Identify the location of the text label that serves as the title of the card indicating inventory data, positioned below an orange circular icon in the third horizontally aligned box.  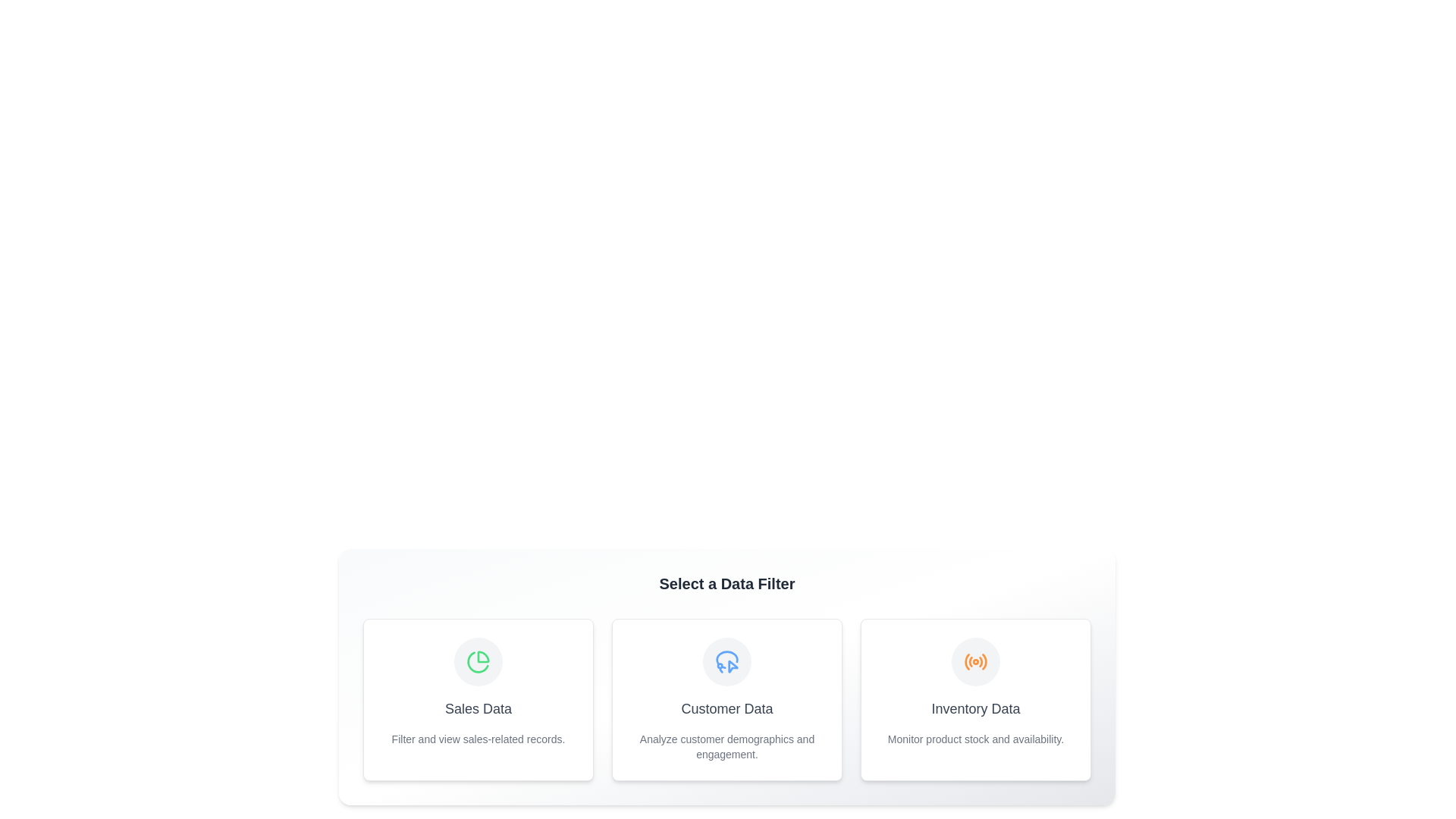
(975, 708).